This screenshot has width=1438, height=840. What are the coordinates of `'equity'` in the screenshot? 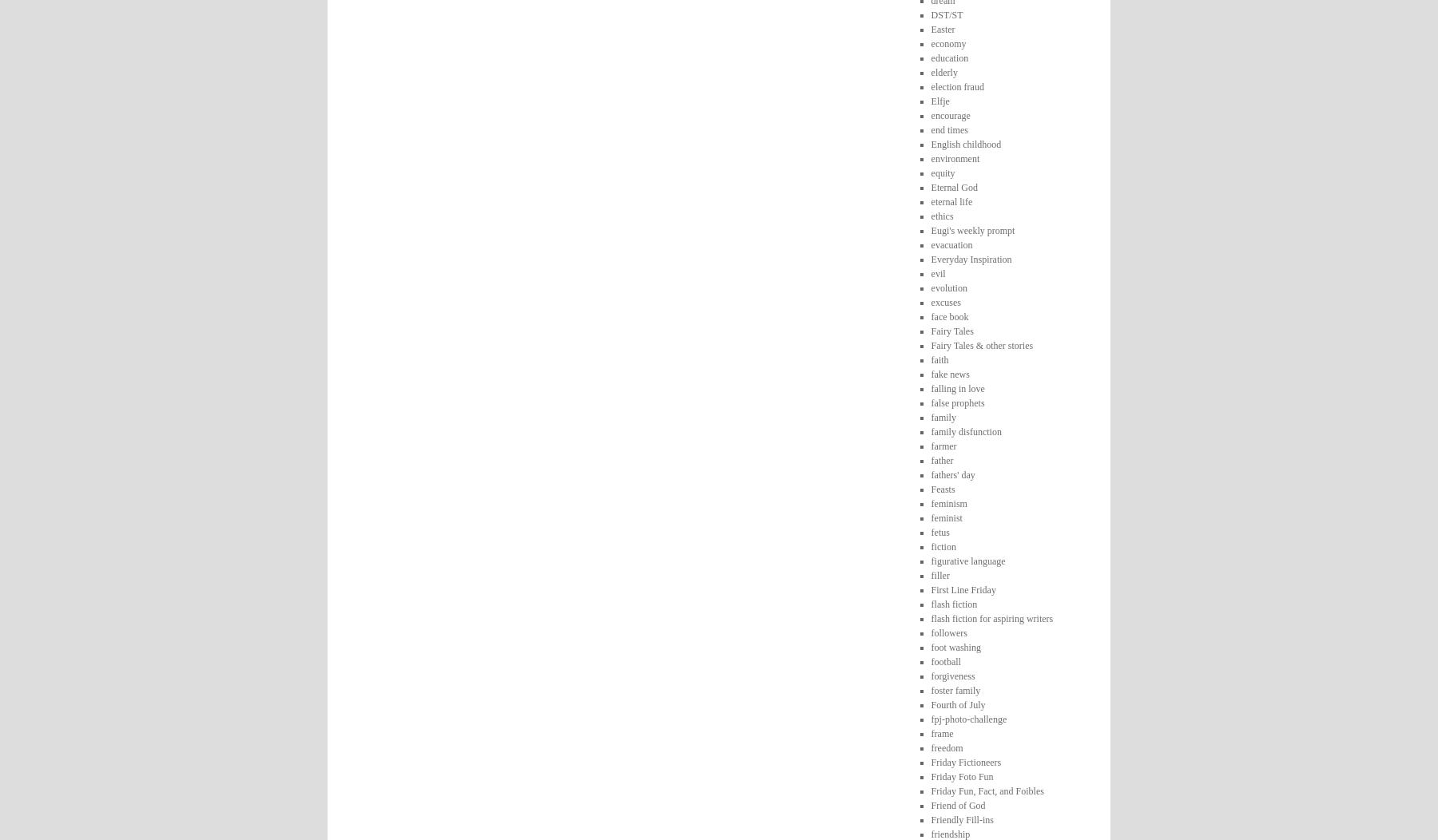 It's located at (929, 172).